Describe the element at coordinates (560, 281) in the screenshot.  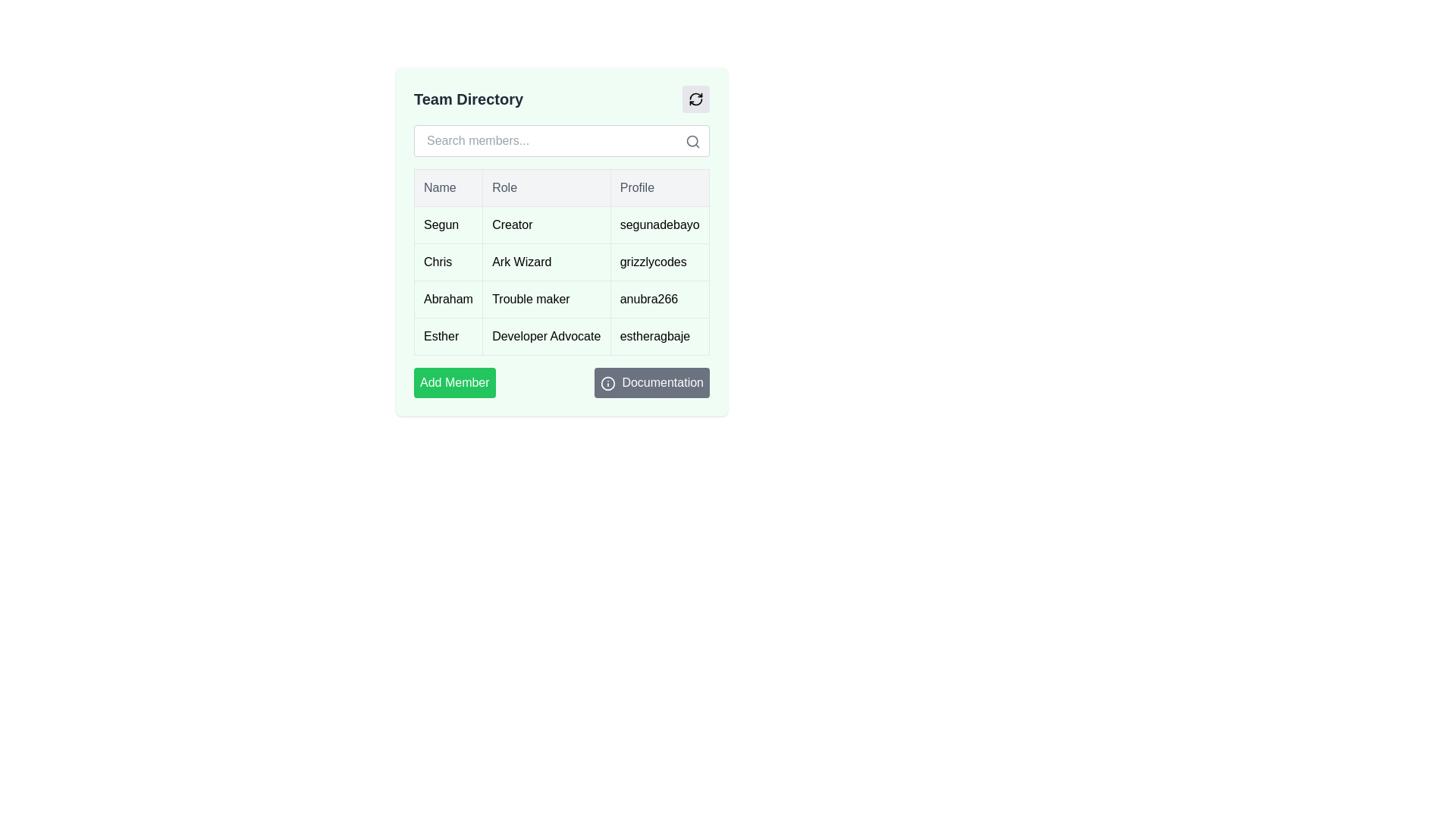
I see `the second table row` at that location.